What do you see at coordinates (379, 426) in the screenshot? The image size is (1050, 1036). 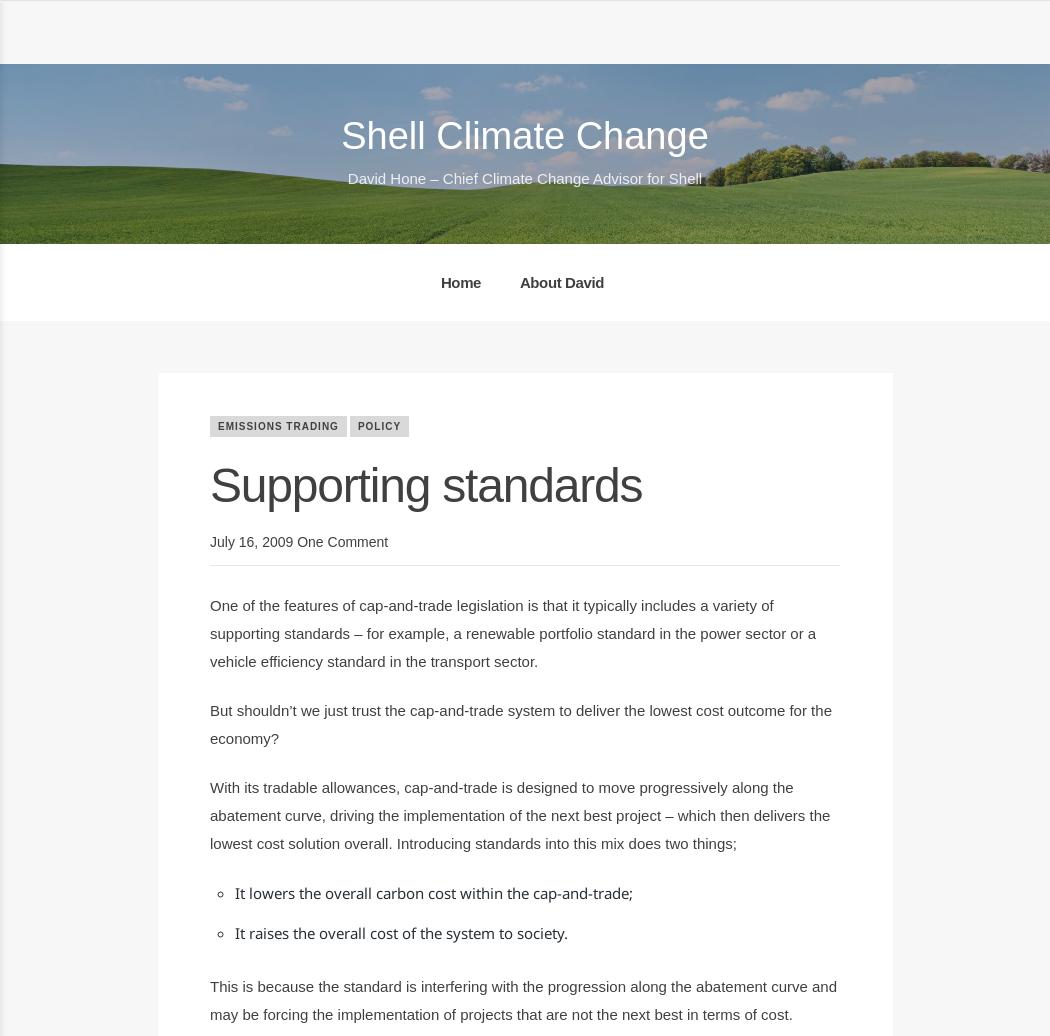 I see `'Policy'` at bounding box center [379, 426].